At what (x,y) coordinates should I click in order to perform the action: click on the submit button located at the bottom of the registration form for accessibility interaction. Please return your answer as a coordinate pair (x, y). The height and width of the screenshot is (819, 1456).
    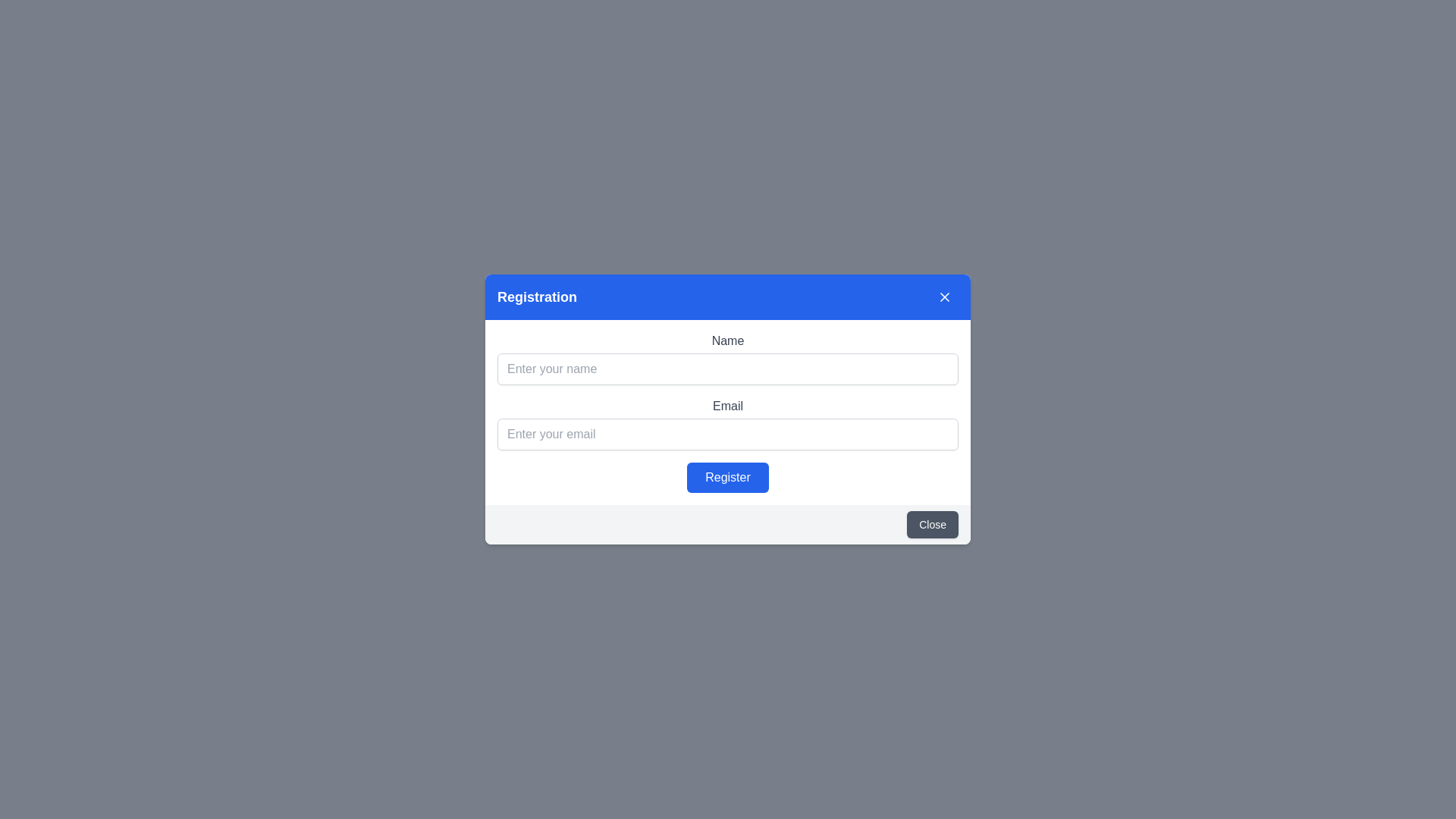
    Looking at the image, I should click on (728, 476).